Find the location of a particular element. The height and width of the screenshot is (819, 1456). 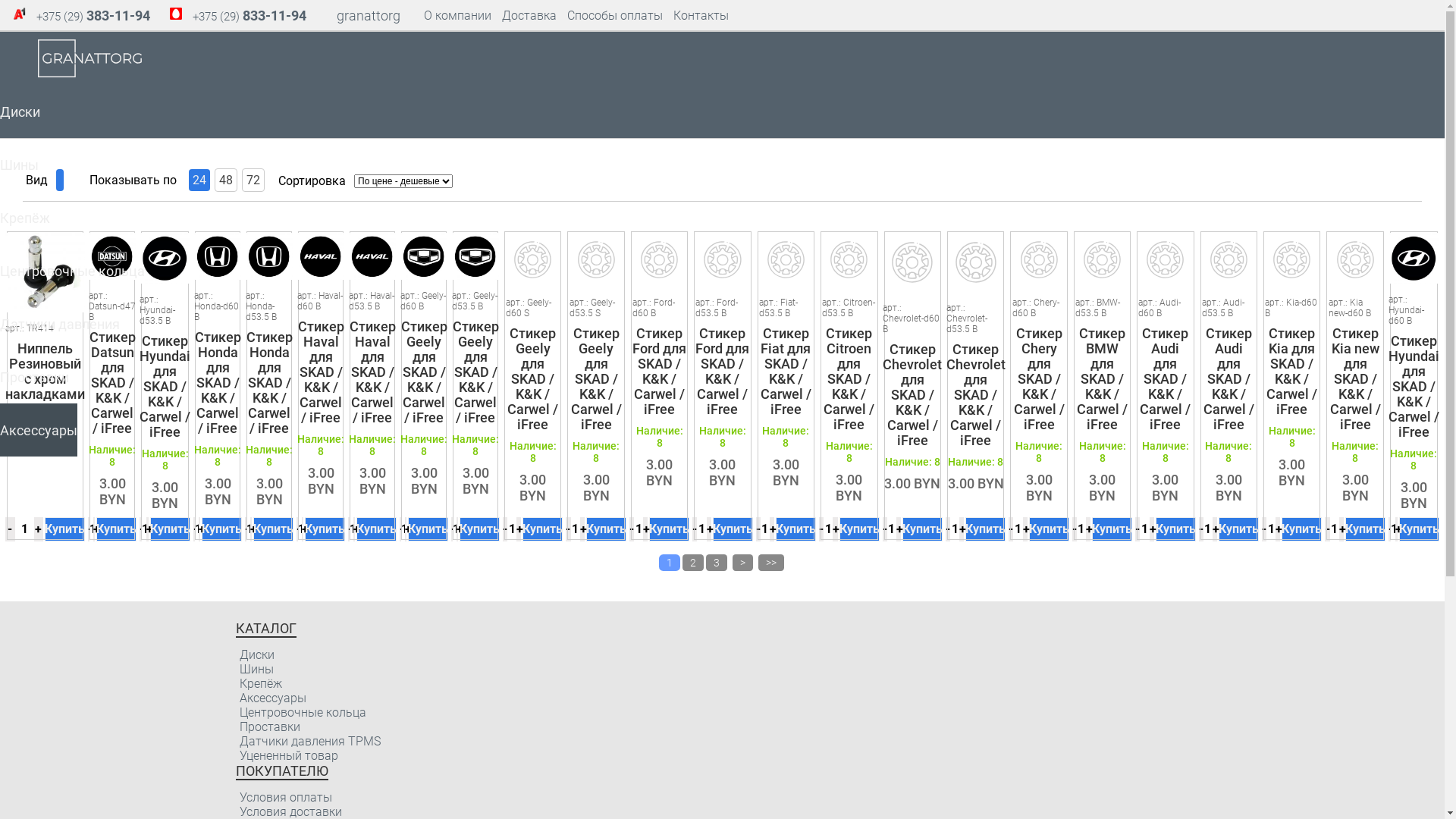

'granattorg' is located at coordinates (368, 16).